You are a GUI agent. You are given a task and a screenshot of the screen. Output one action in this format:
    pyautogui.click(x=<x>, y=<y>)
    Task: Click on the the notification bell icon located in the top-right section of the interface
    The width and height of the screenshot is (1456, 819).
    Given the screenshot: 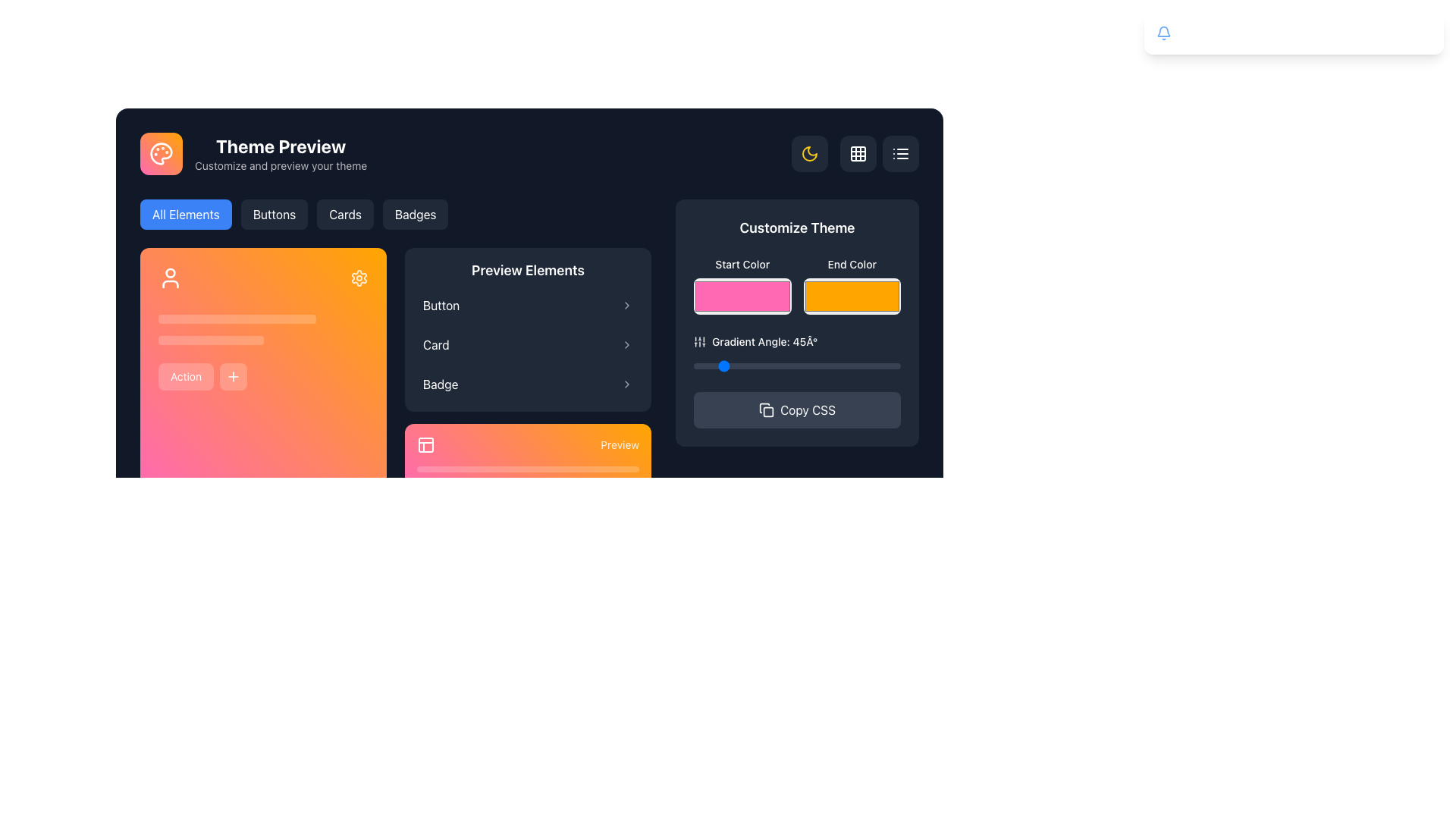 What is the action you would take?
    pyautogui.click(x=1163, y=33)
    